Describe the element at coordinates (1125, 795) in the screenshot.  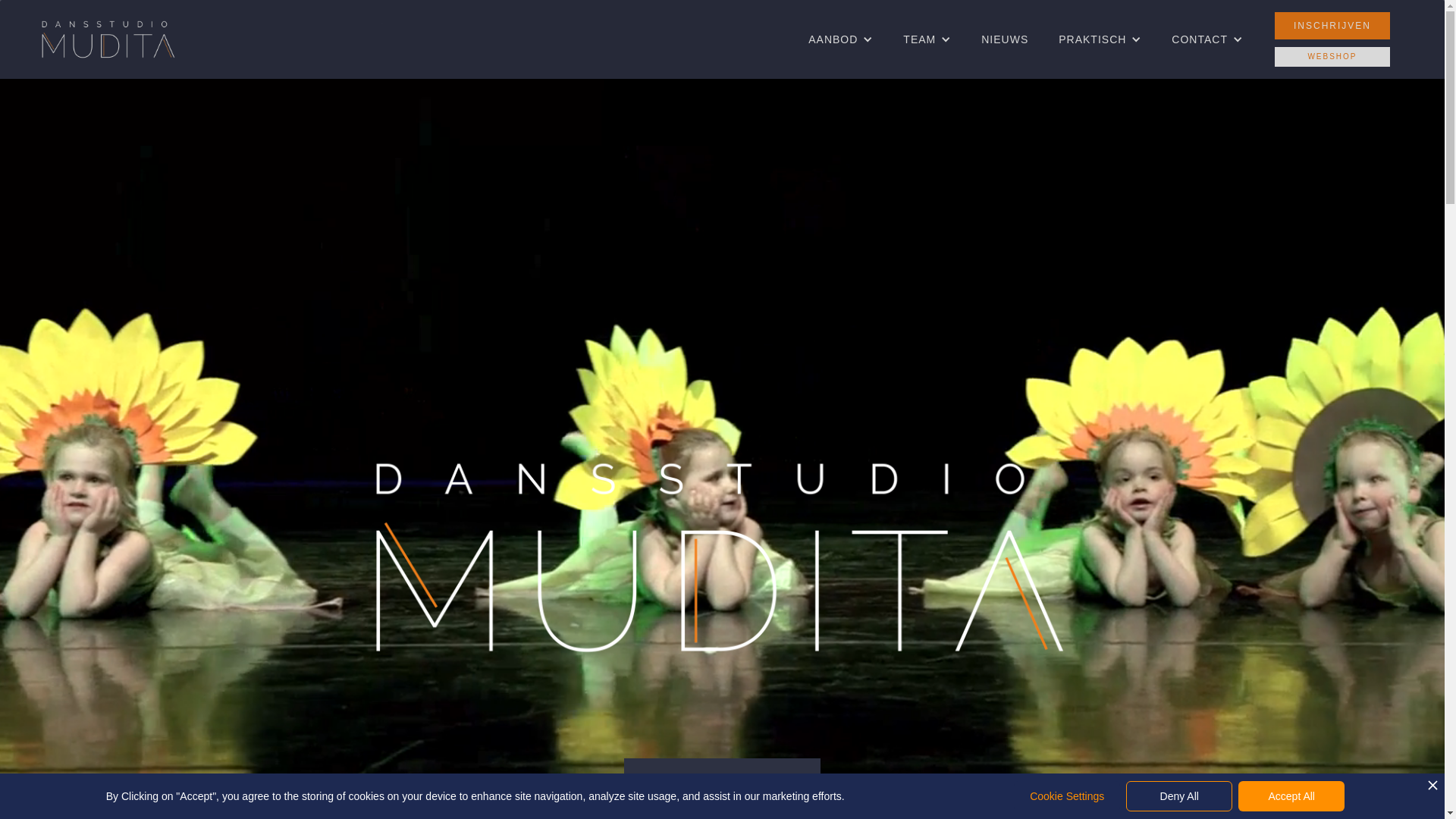
I see `'Deny All'` at that location.